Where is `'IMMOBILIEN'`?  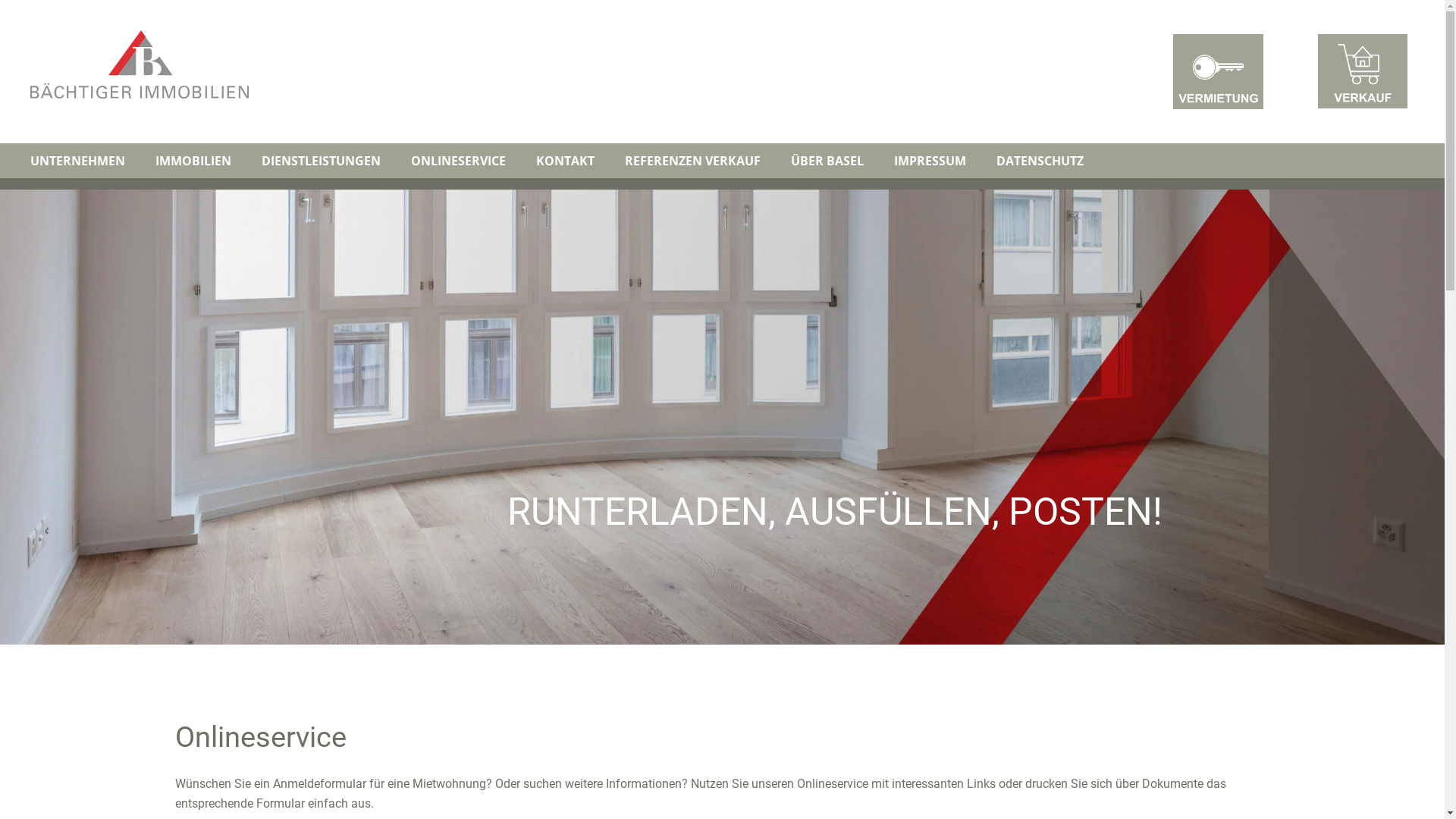 'IMMOBILIEN' is located at coordinates (140, 161).